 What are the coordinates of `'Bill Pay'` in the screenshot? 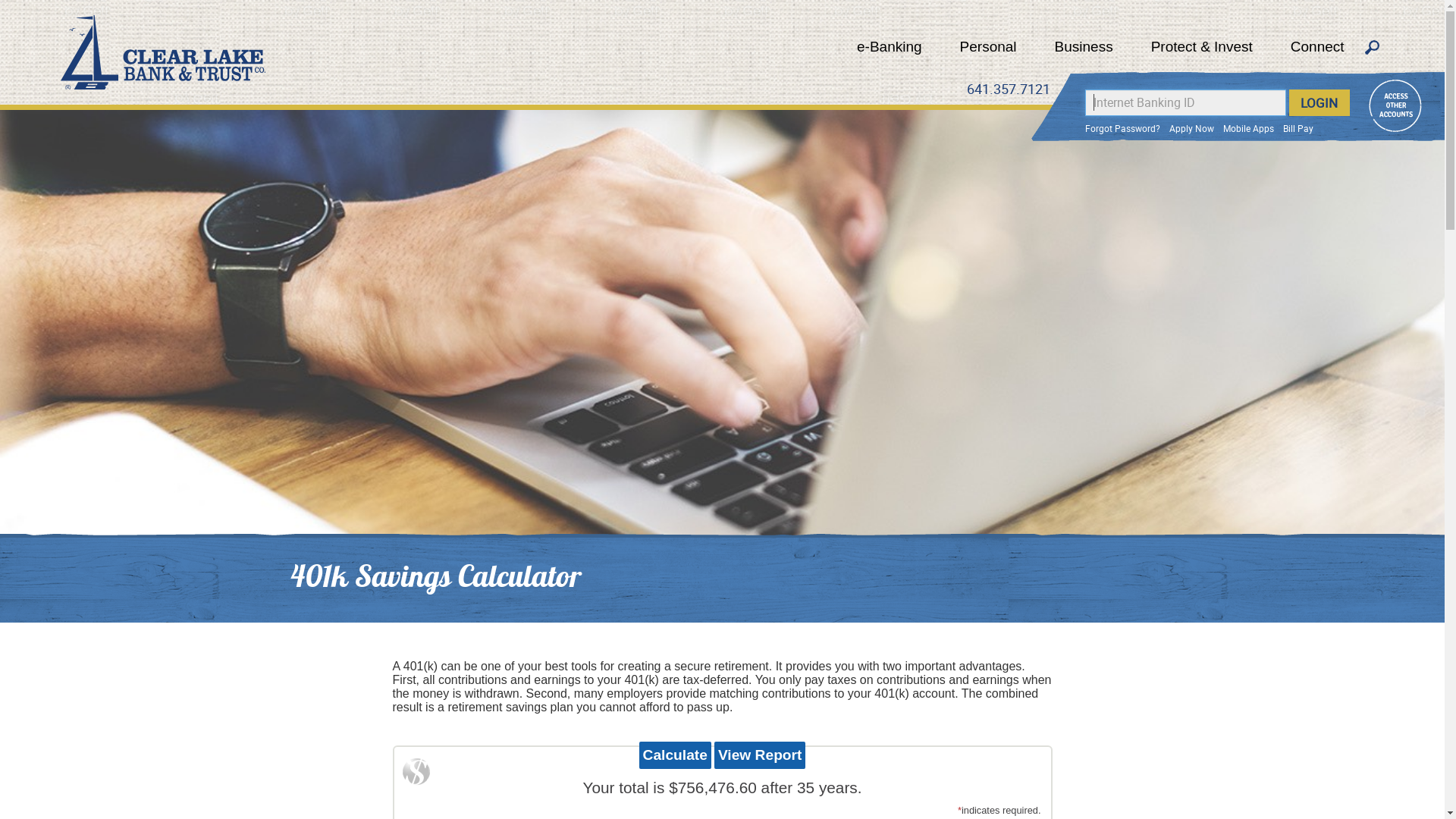 It's located at (1282, 127).